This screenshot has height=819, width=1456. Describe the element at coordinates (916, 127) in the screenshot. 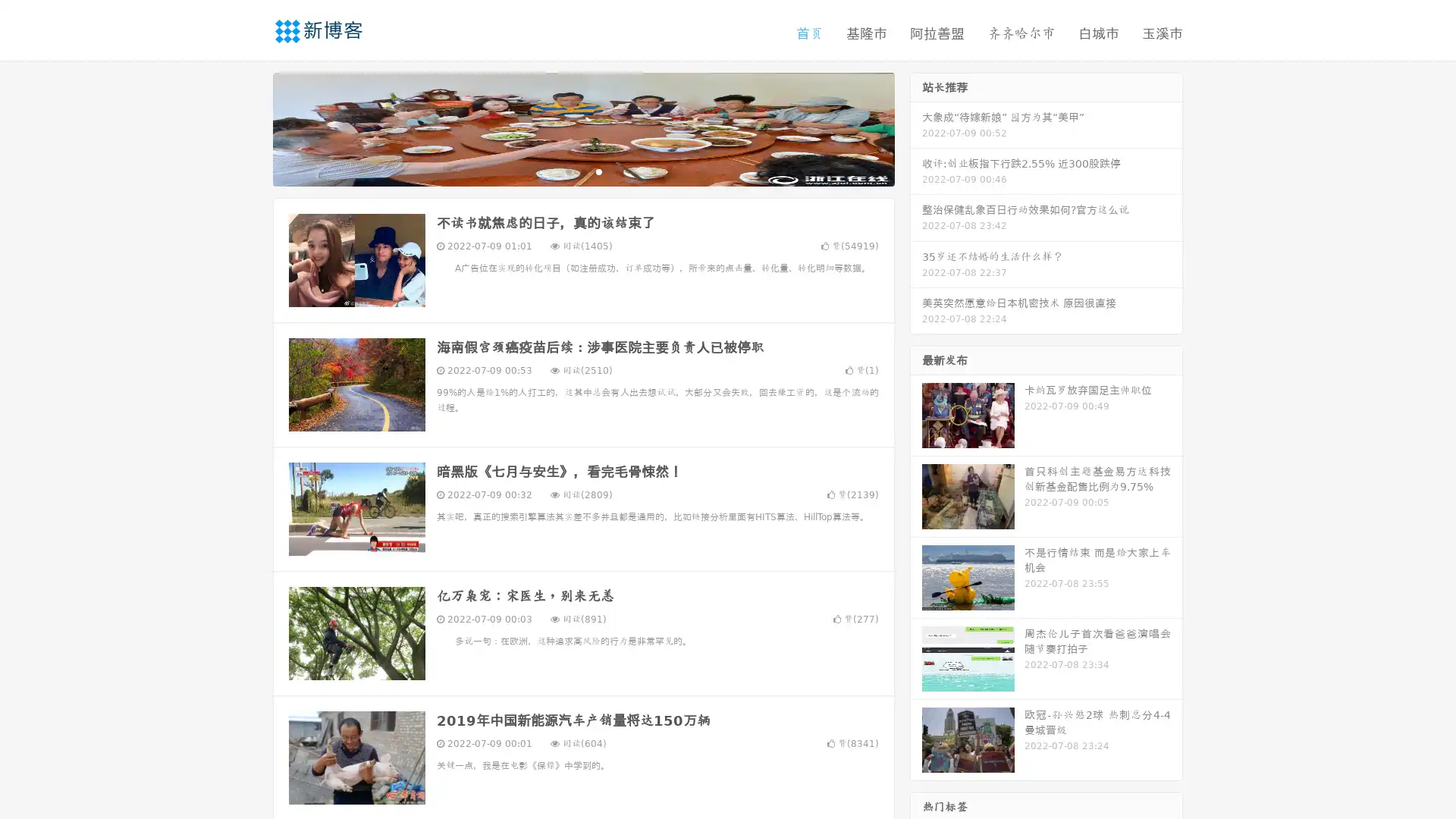

I see `Next slide` at that location.